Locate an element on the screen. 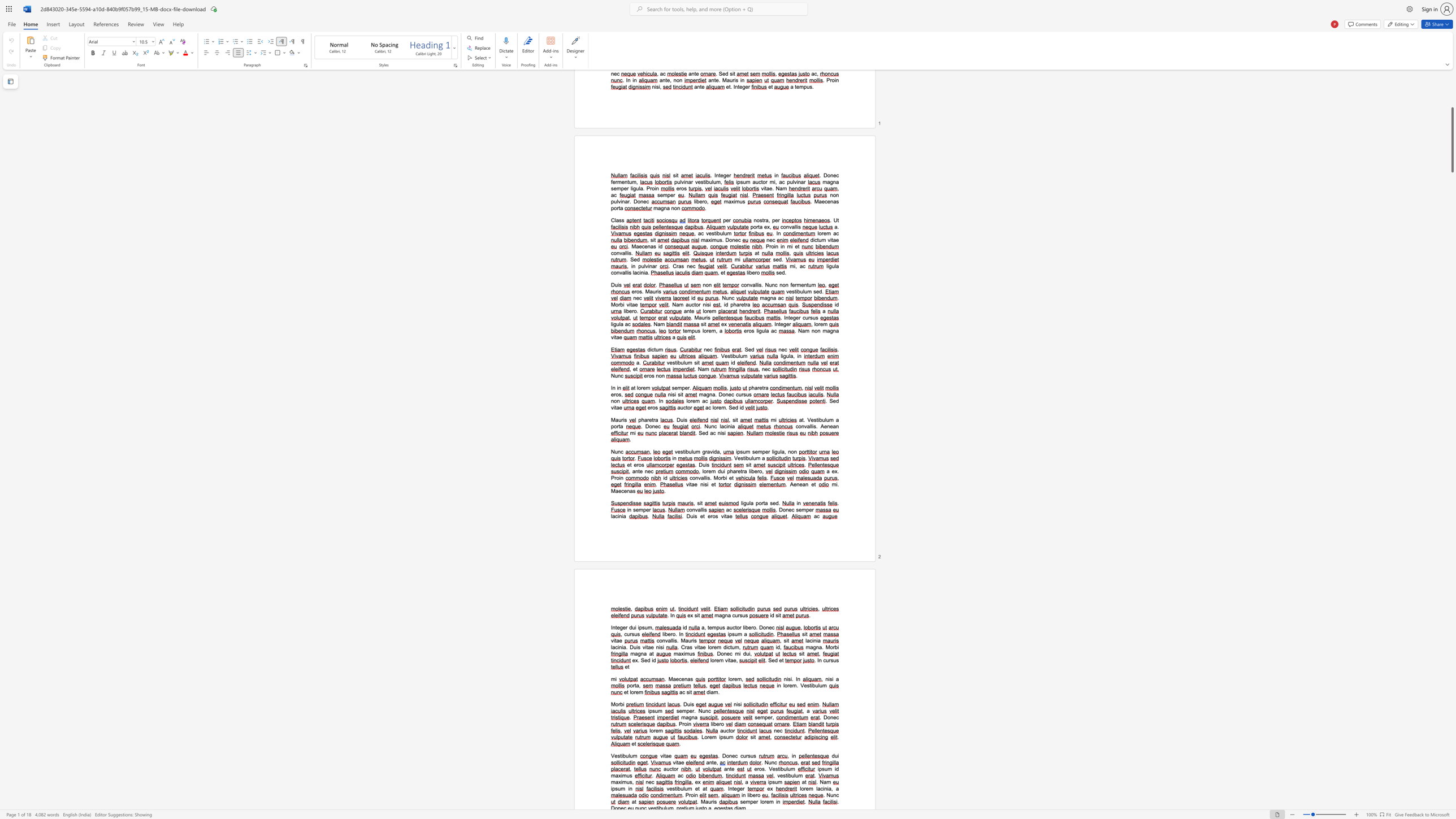 The height and width of the screenshot is (819, 1456). the 1th character "n" in the text is located at coordinates (686, 679).